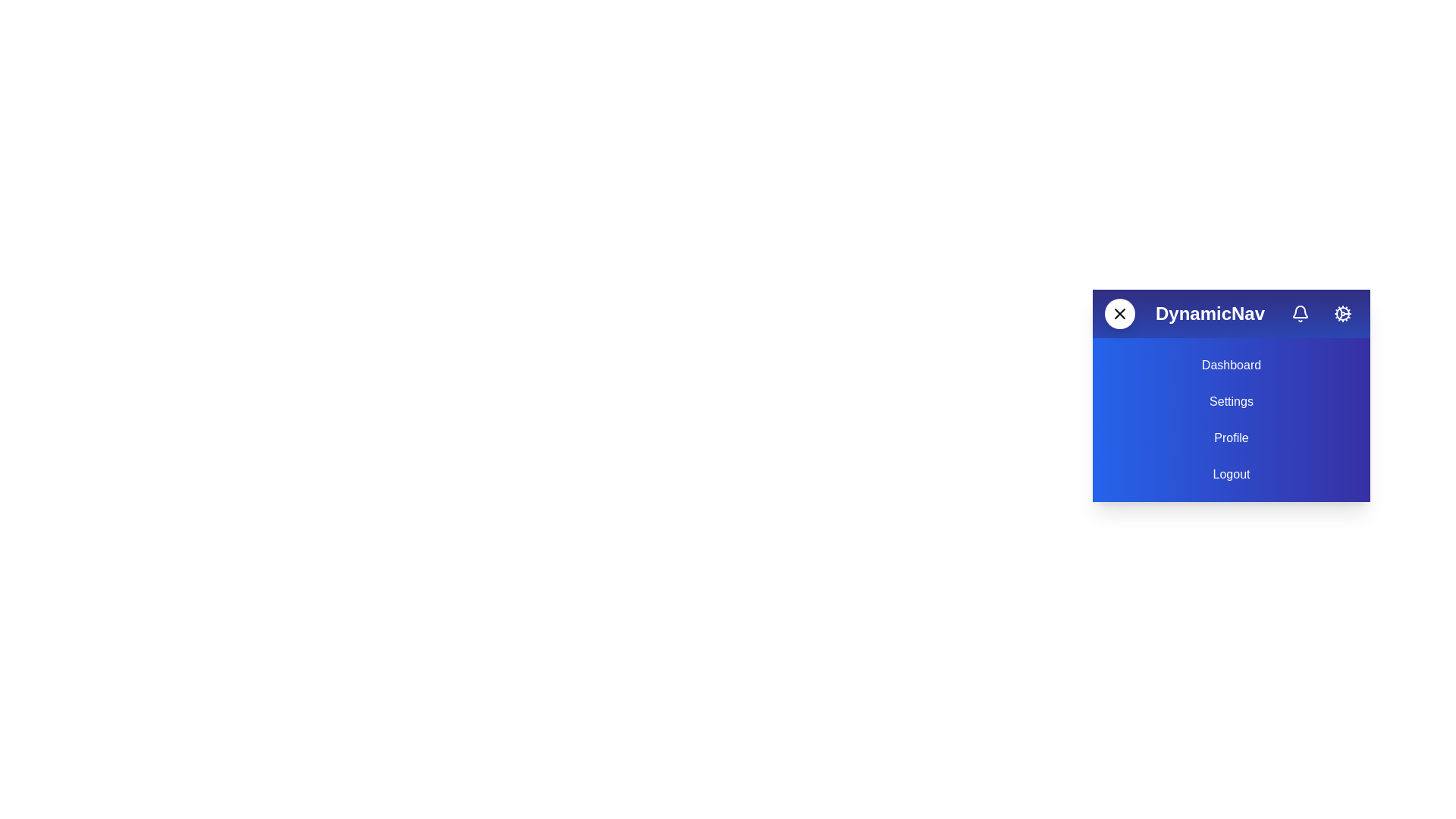 The image size is (1456, 819). I want to click on the button to toggle the menu visibility, so click(1120, 312).